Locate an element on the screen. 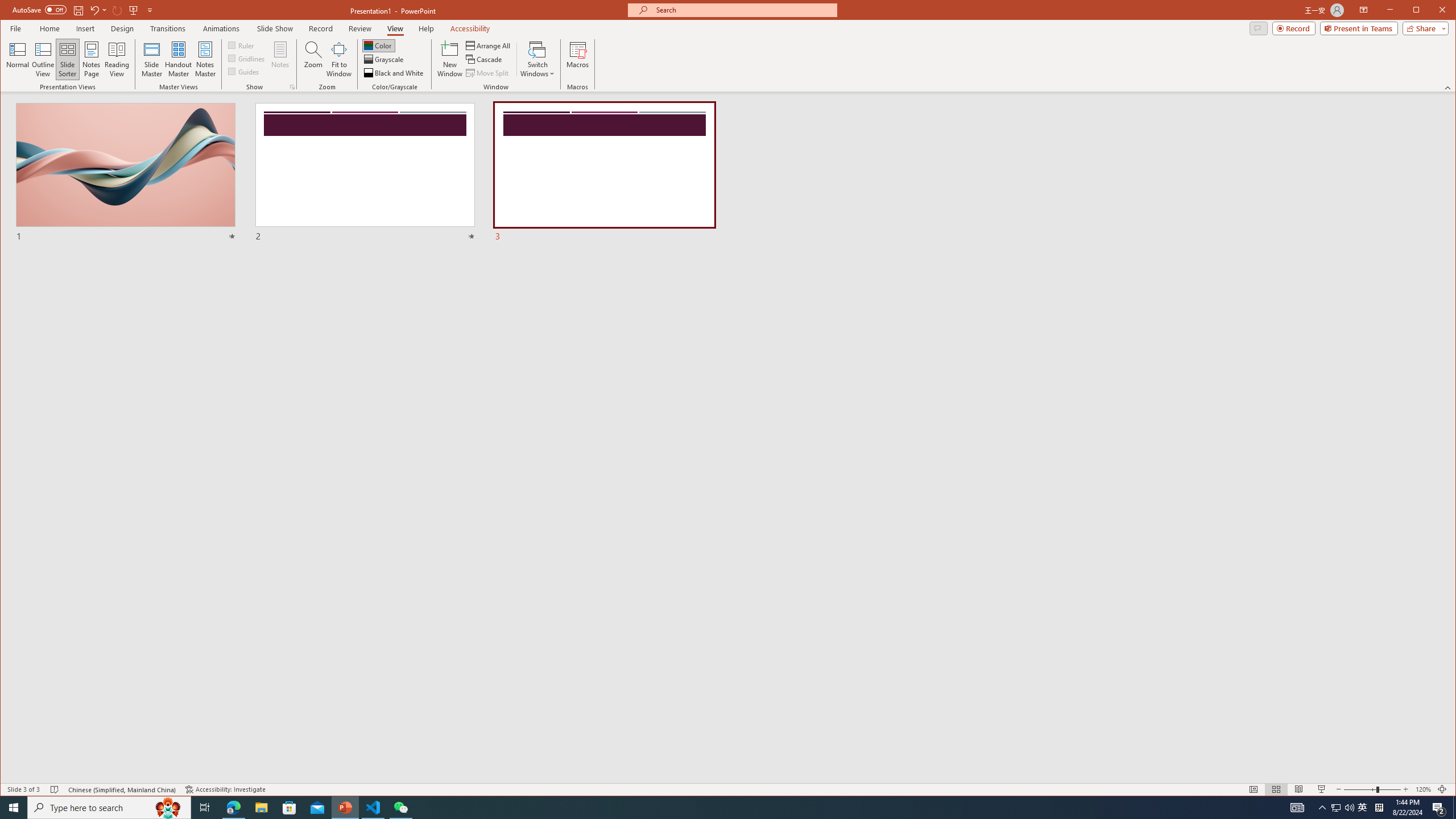 This screenshot has height=819, width=1456. 'Cascade' is located at coordinates (484, 59).